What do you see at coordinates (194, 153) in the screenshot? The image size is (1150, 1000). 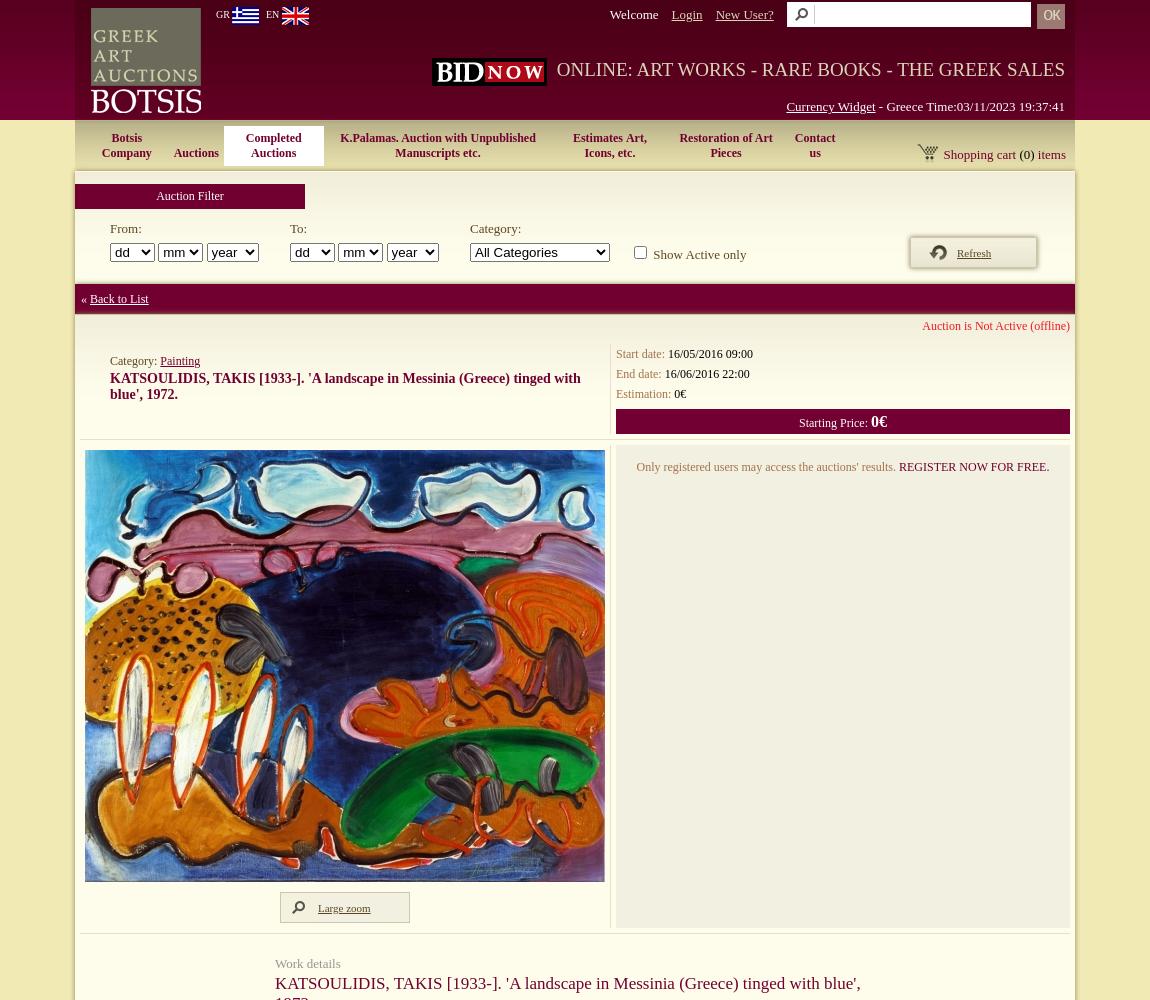 I see `'Auctions'` at bounding box center [194, 153].